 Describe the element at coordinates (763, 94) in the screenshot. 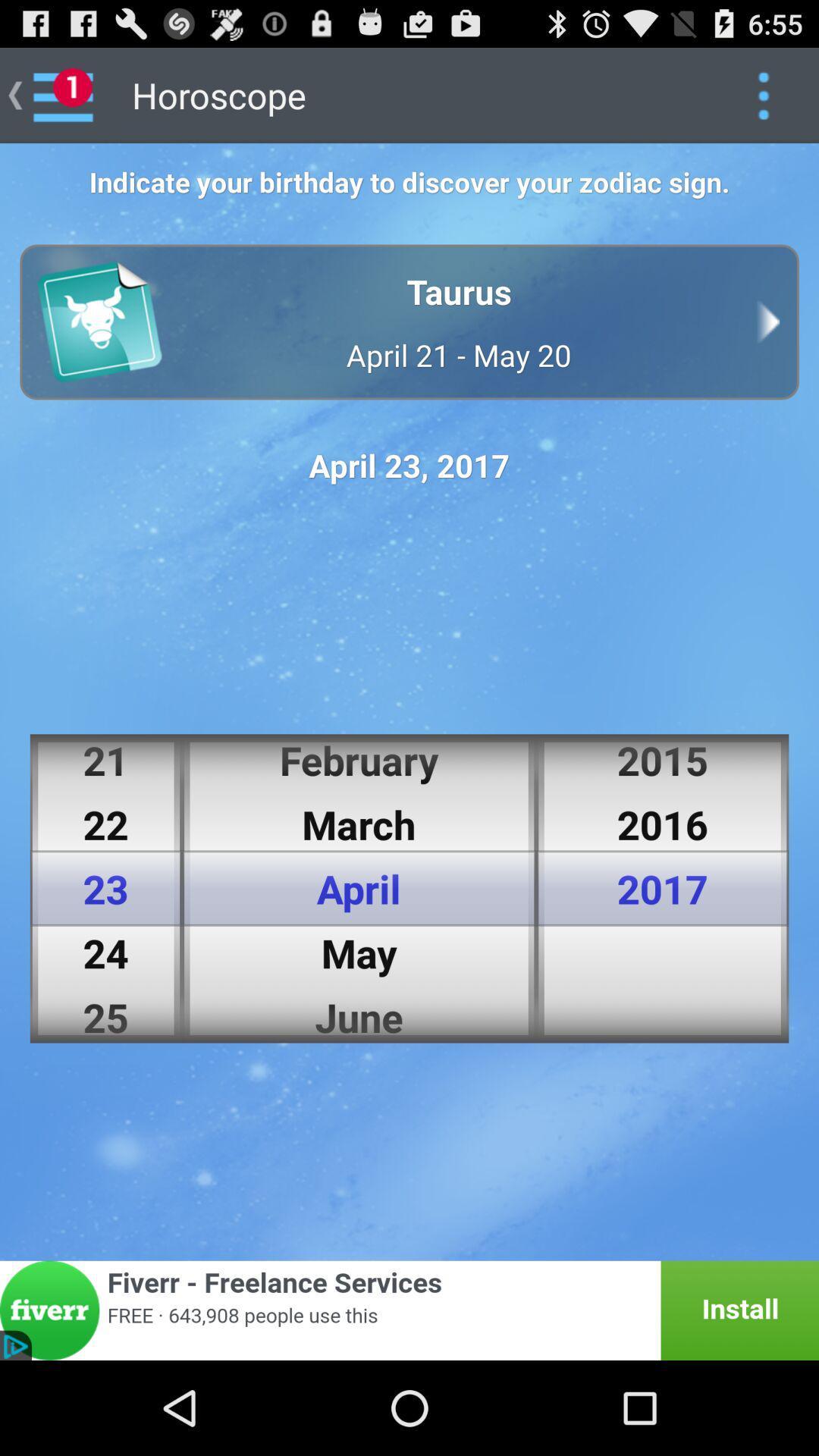

I see `menu` at that location.